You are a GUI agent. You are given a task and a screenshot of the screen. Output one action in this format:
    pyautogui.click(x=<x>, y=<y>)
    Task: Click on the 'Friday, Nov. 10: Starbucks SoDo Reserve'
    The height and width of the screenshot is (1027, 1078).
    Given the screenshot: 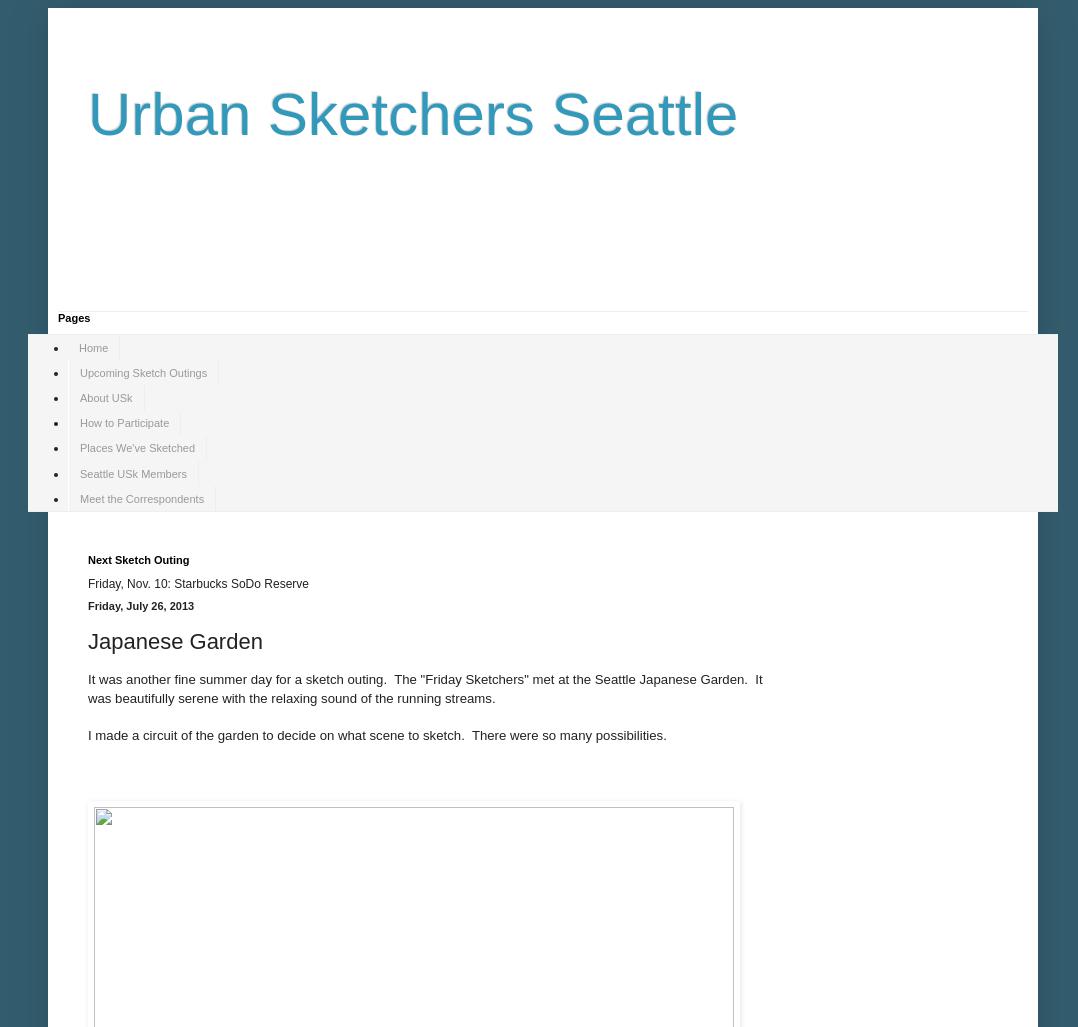 What is the action you would take?
    pyautogui.click(x=86, y=583)
    